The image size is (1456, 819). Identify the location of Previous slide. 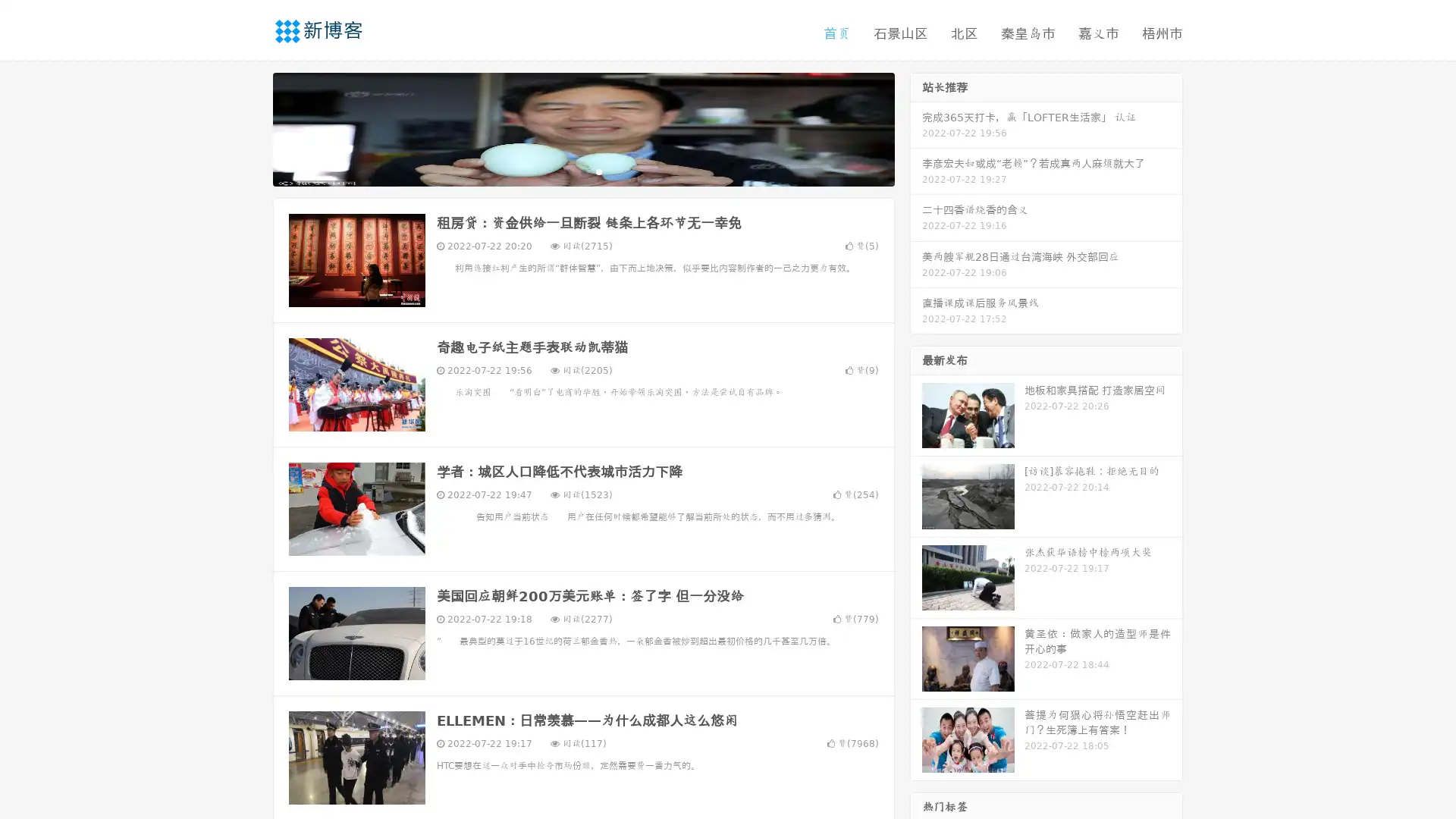
(250, 127).